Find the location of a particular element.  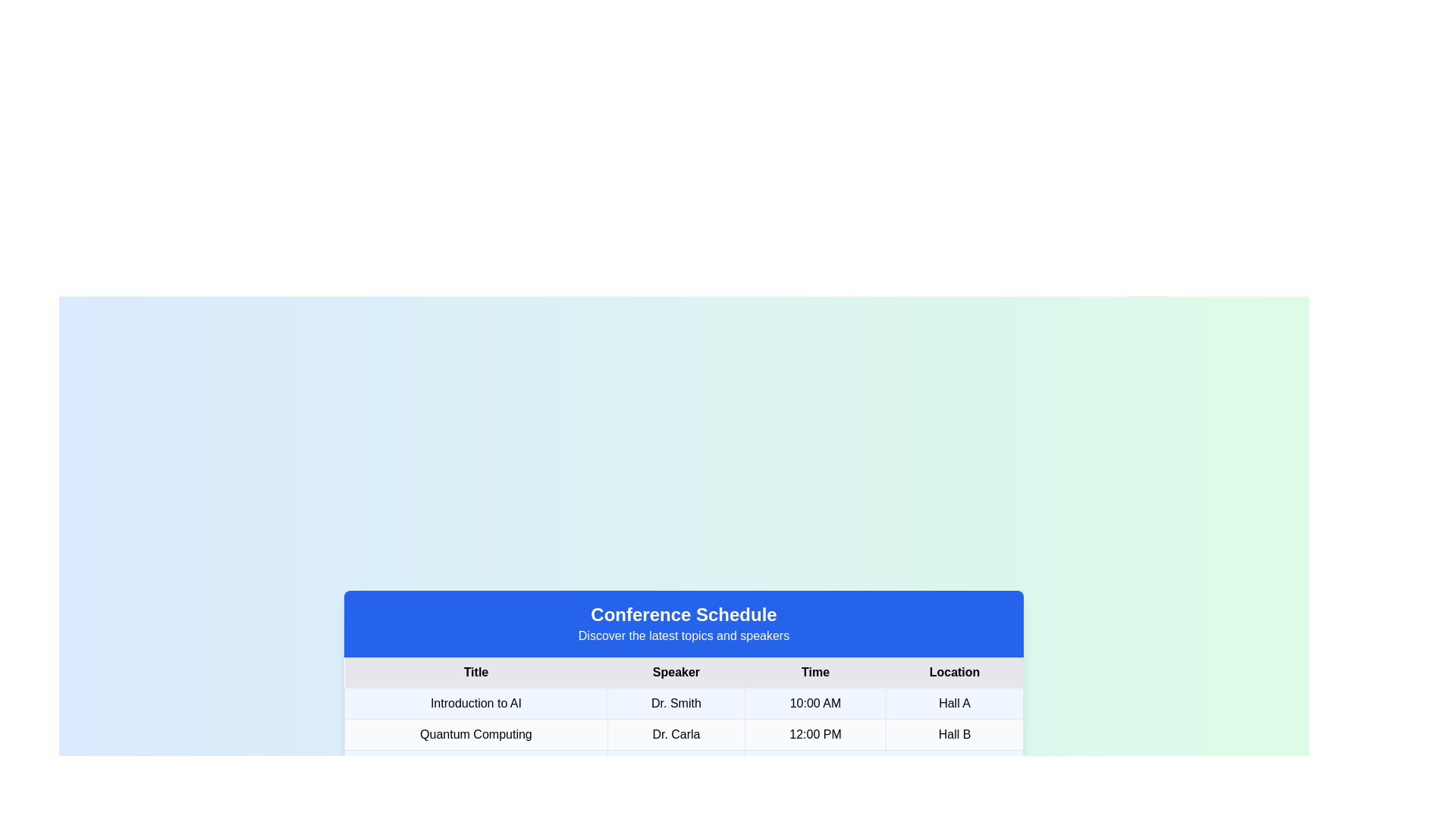

to select the first row of the conference schedule table displaying the session titled 'Introduction to AI' with speaker 'Dr. Smith', scheduled at '10:00 AM' in 'Hall A' is located at coordinates (683, 704).